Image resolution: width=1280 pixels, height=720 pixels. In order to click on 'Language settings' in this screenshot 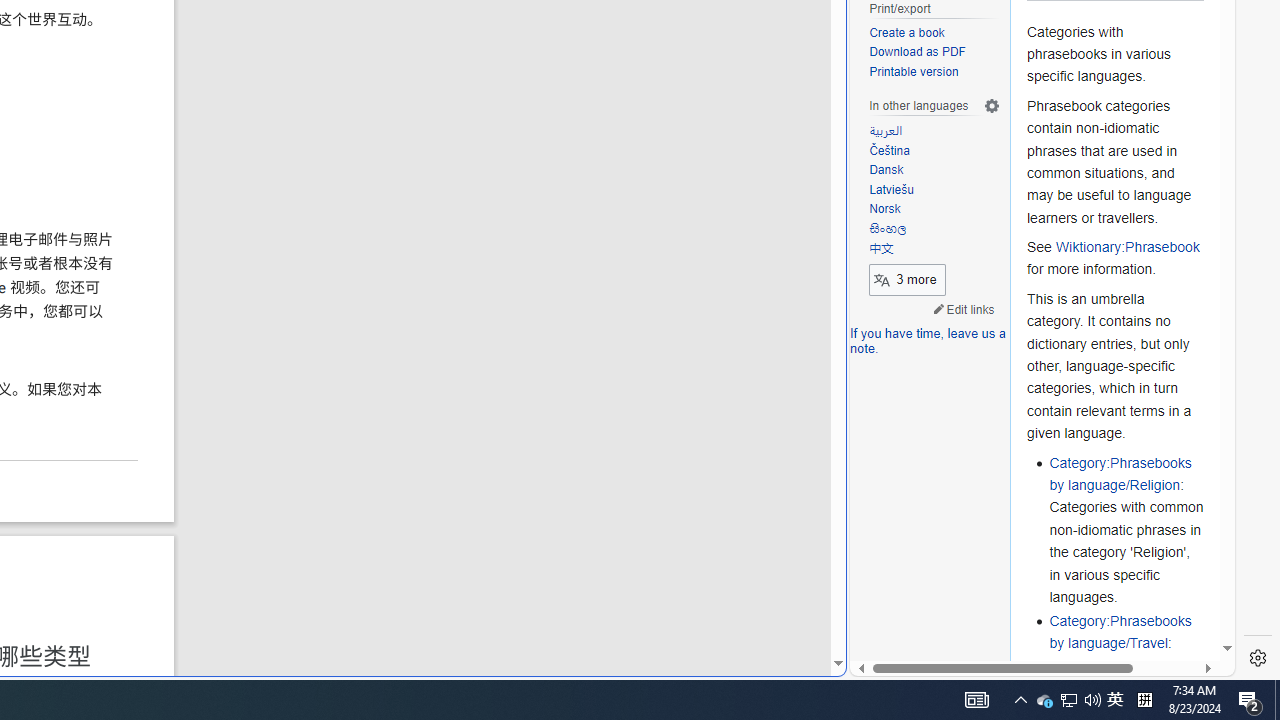, I will do `click(992, 106)`.